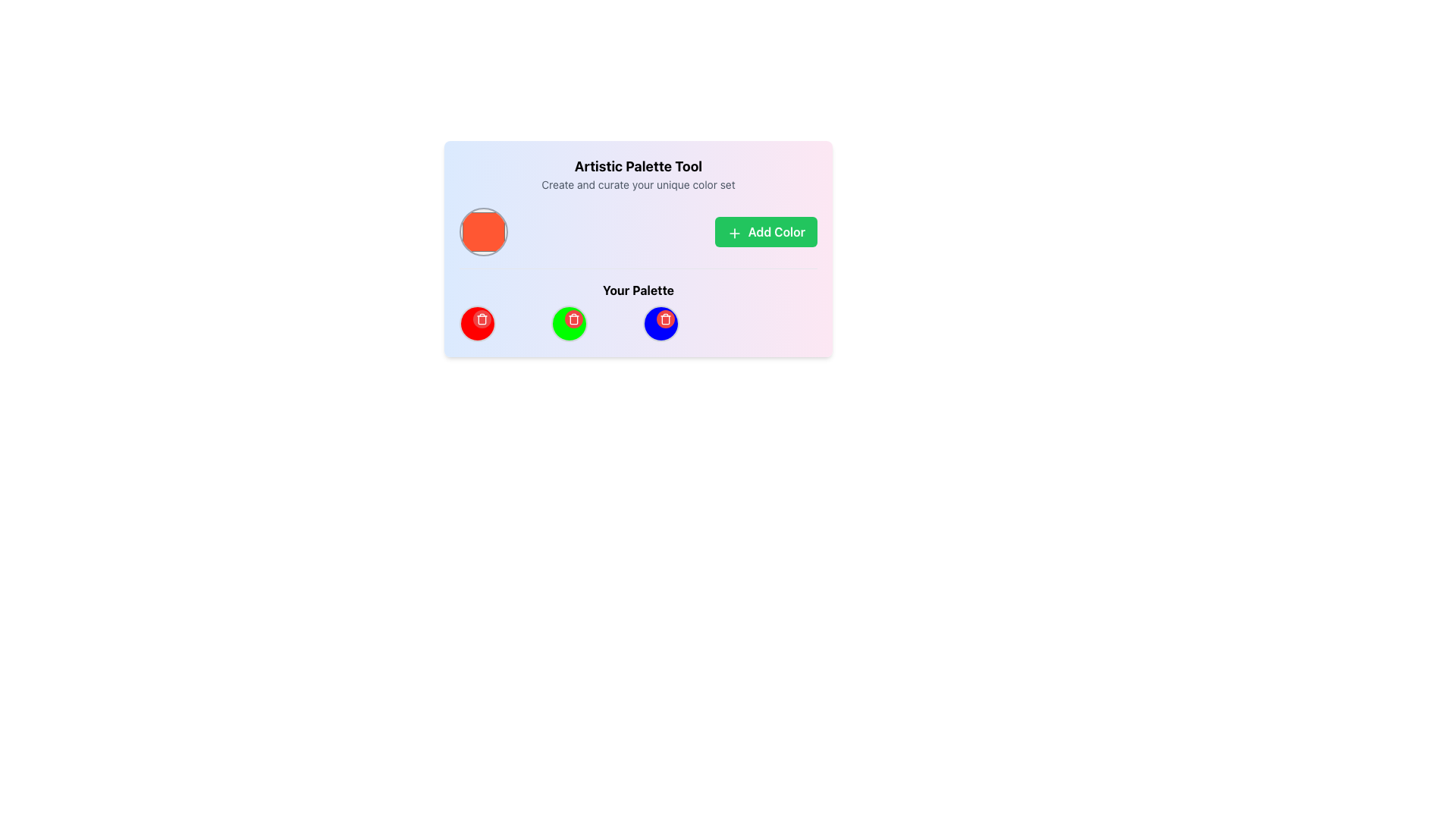  I want to click on the '+' icon within the green 'Add Color' button, so click(734, 233).